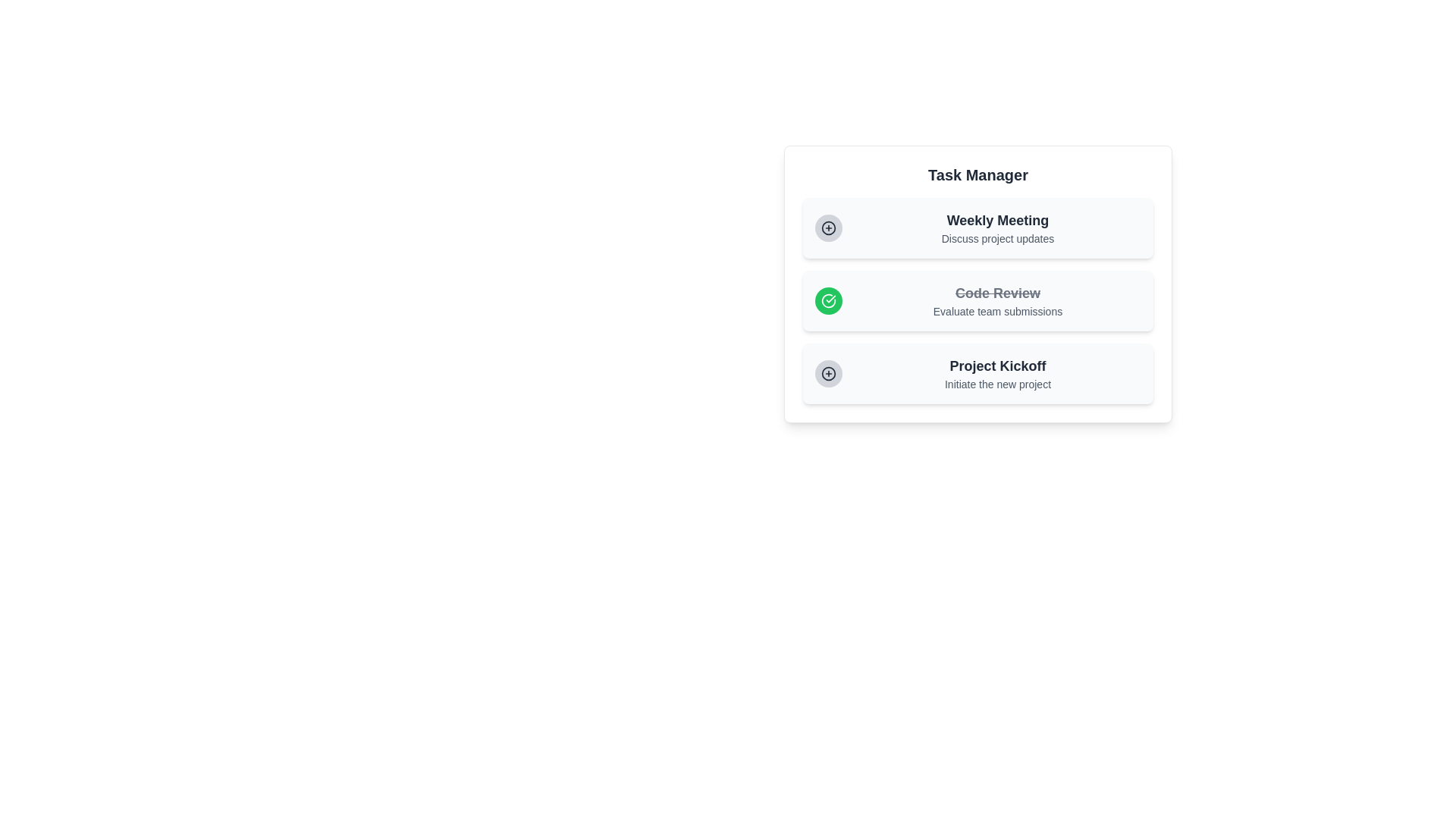  Describe the element at coordinates (978, 227) in the screenshot. I see `the 'Weekly Meeting' task item card, which is the first card in a vertical list under the 'Task Manager' heading` at that location.